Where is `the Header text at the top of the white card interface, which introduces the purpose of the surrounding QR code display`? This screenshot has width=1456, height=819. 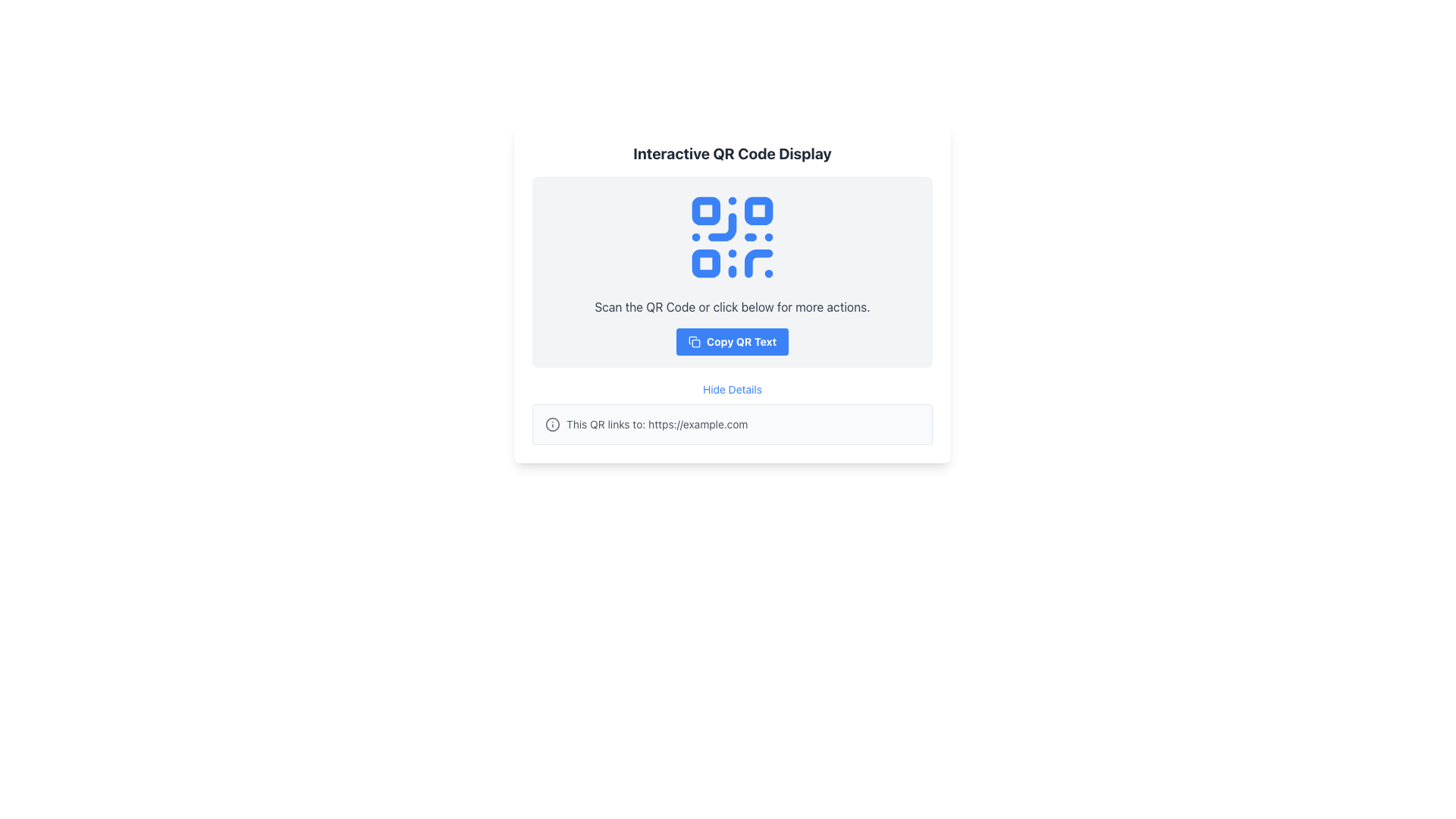 the Header text at the top of the white card interface, which introduces the purpose of the surrounding QR code display is located at coordinates (732, 154).